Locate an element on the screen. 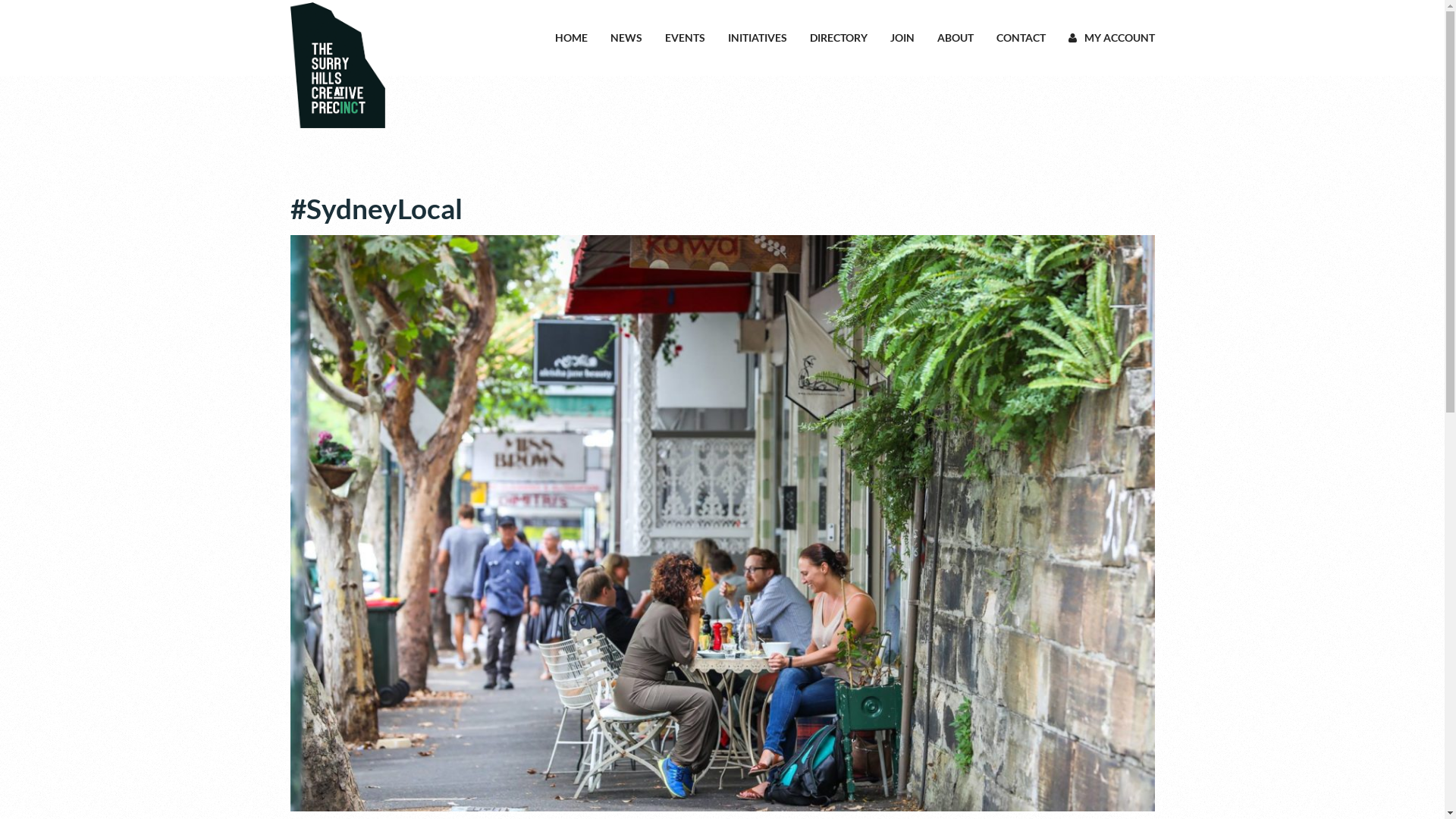  'EVENTS' is located at coordinates (683, 37).